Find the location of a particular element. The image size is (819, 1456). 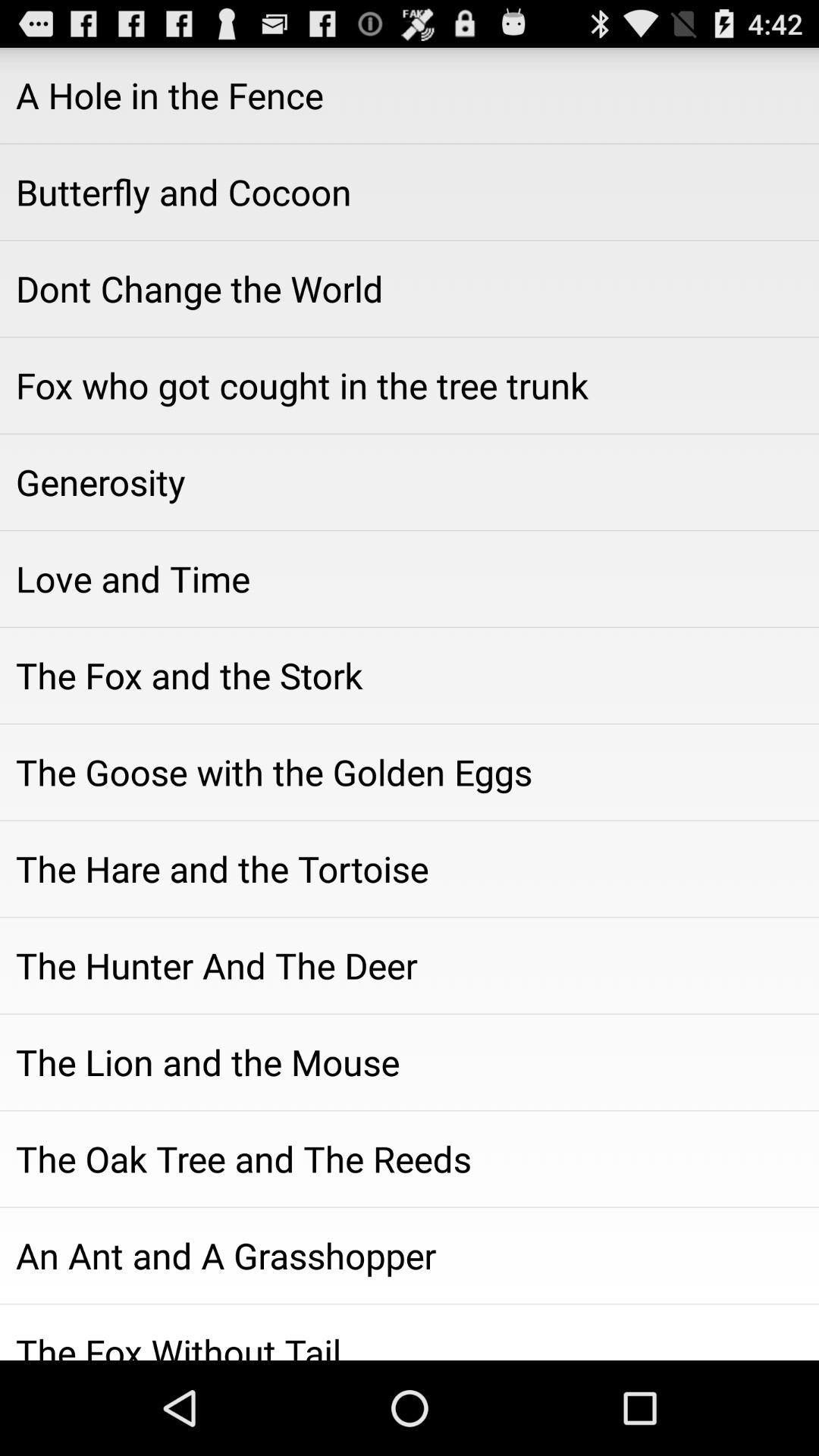

butterfly and cocoon icon is located at coordinates (409, 191).